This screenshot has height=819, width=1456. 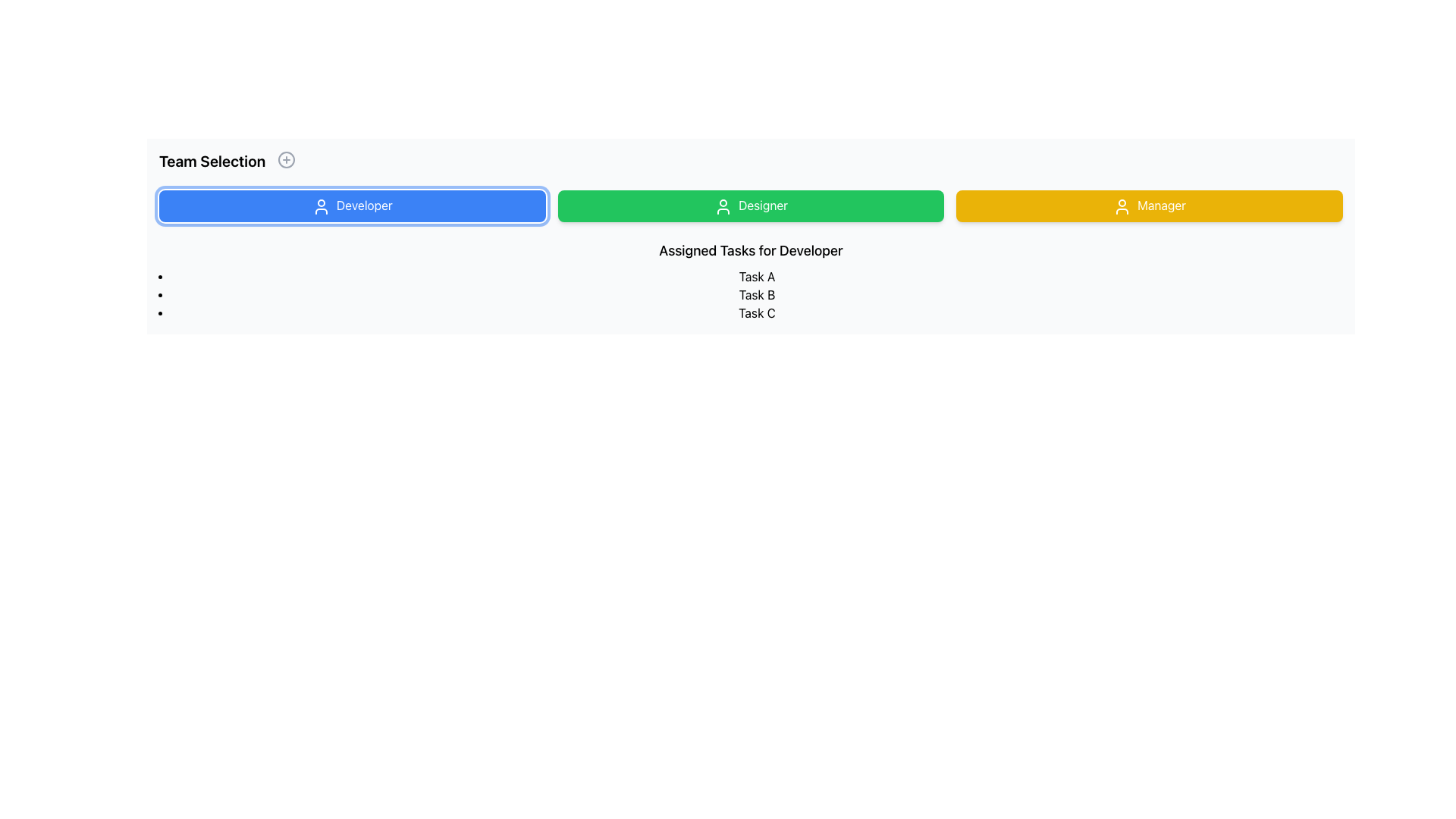 I want to click on the blue rectangular button labeled 'Developer' with a user icon, so click(x=351, y=206).